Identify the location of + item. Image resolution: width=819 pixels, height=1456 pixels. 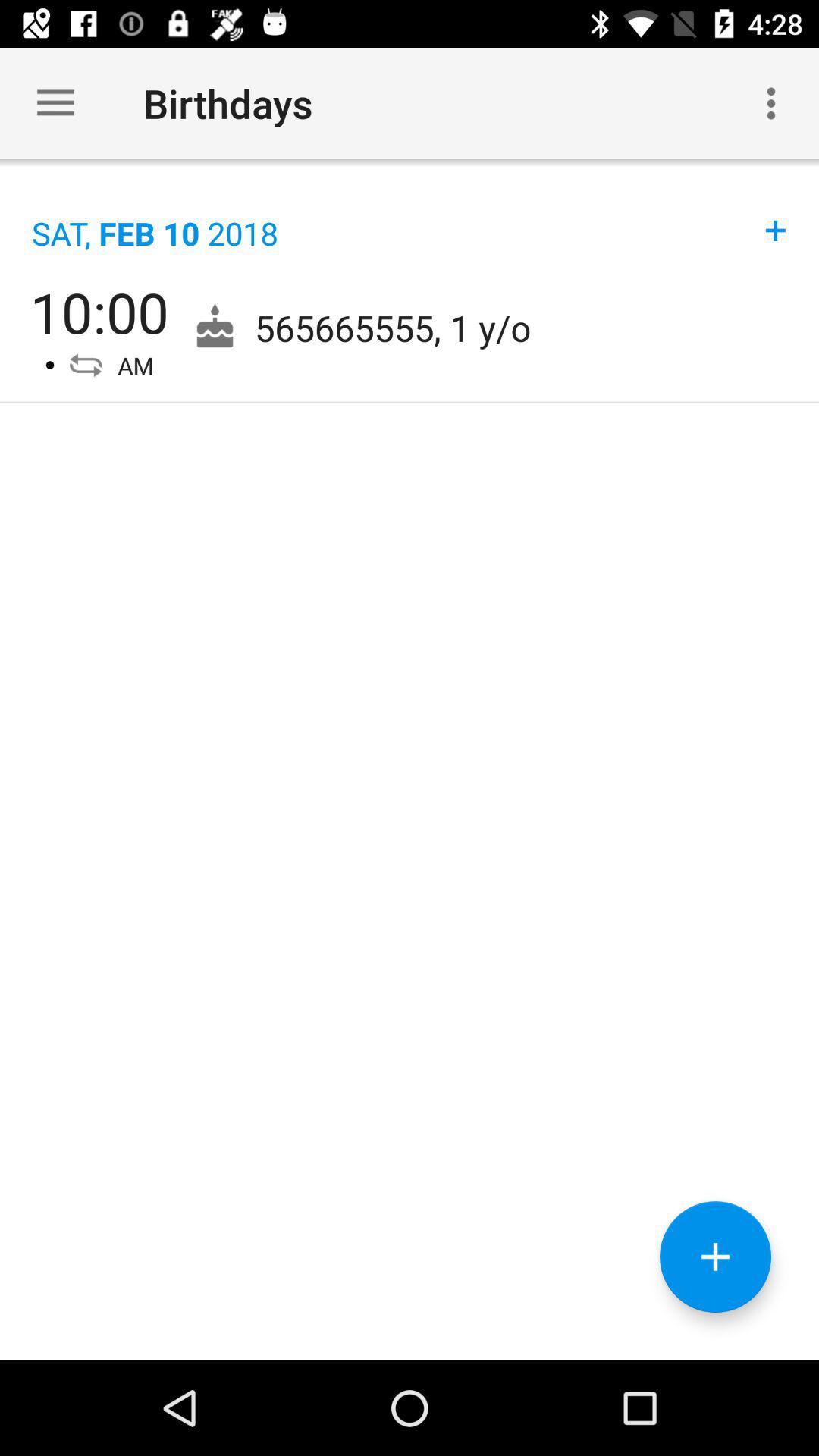
(775, 214).